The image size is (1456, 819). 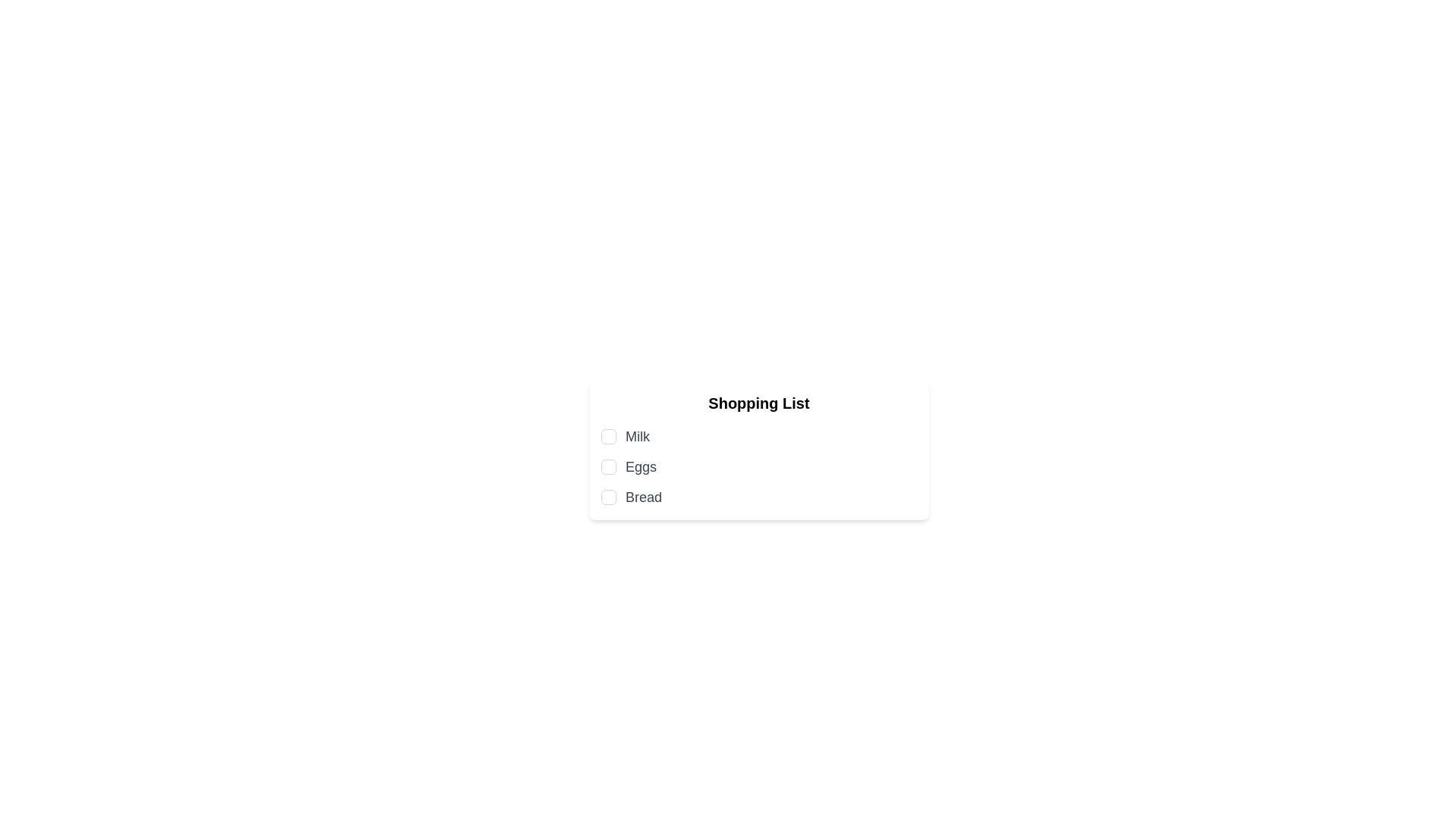 I want to click on the text label indicating a selectable option in the shopping list, which is the third item under the 'Shopping List' header, so click(x=644, y=497).